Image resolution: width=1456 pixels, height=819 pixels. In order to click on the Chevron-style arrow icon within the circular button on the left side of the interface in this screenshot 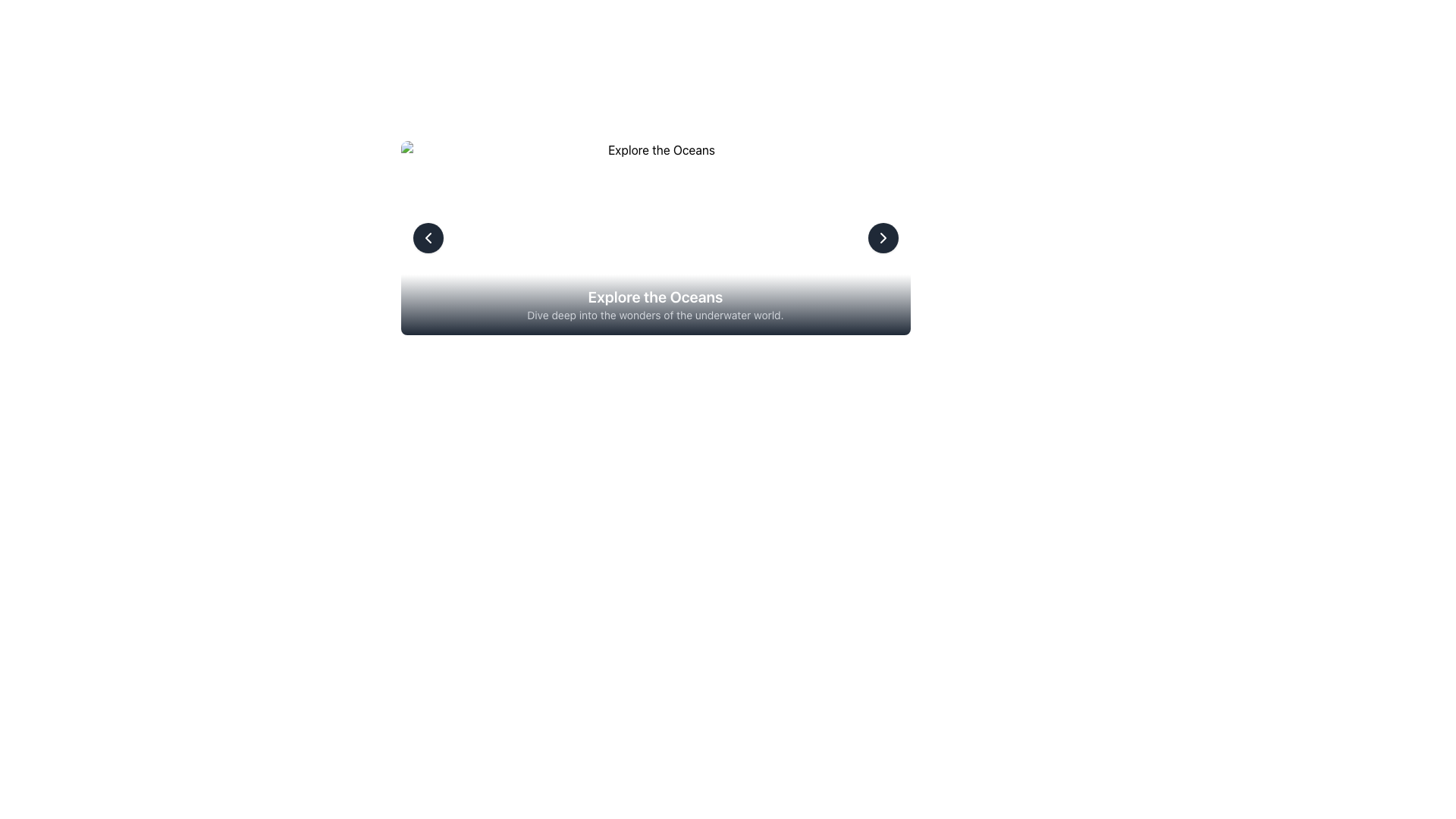, I will do `click(427, 237)`.